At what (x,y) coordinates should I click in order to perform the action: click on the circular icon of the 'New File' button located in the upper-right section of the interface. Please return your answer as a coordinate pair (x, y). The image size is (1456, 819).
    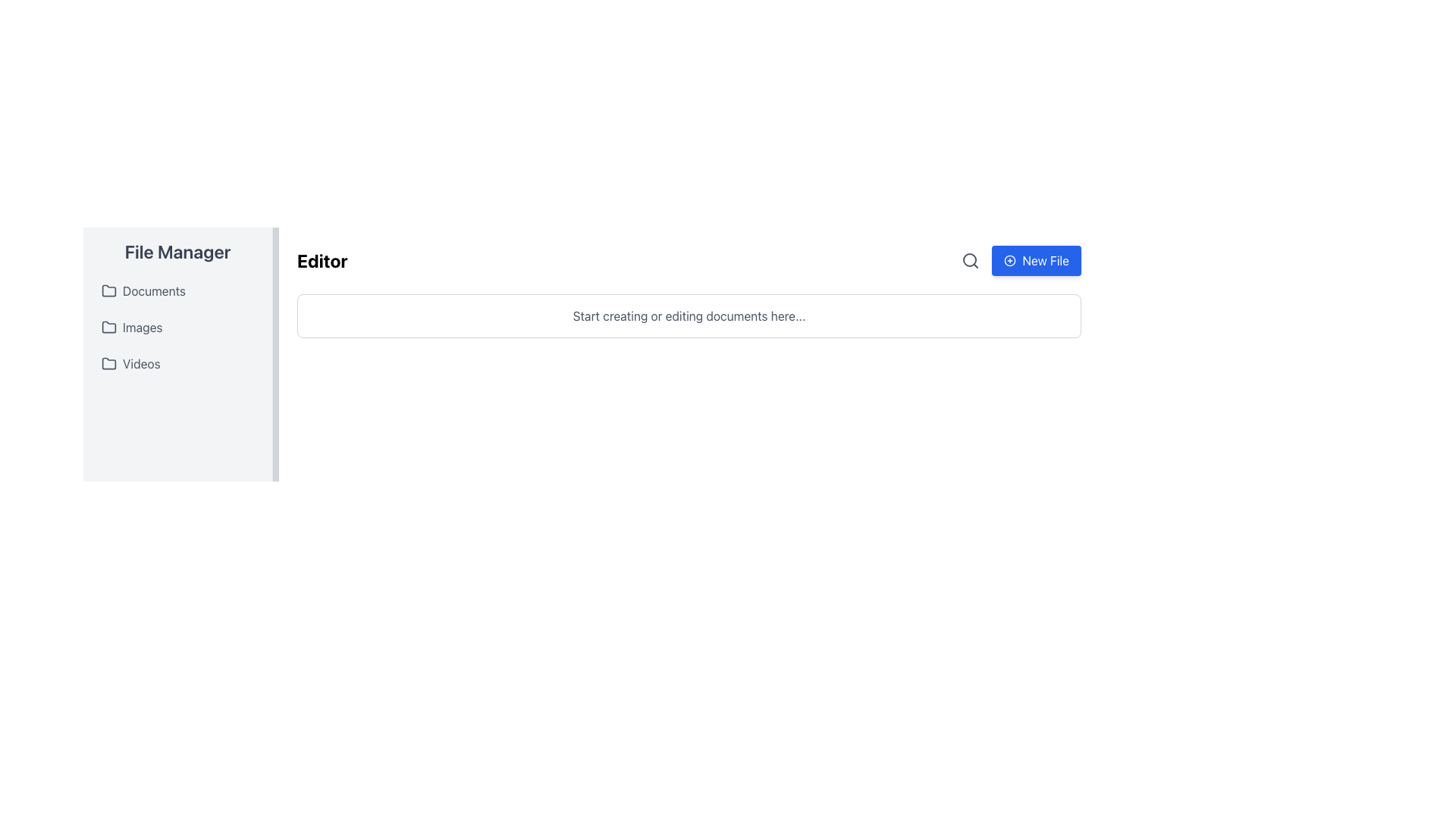
    Looking at the image, I should click on (1010, 259).